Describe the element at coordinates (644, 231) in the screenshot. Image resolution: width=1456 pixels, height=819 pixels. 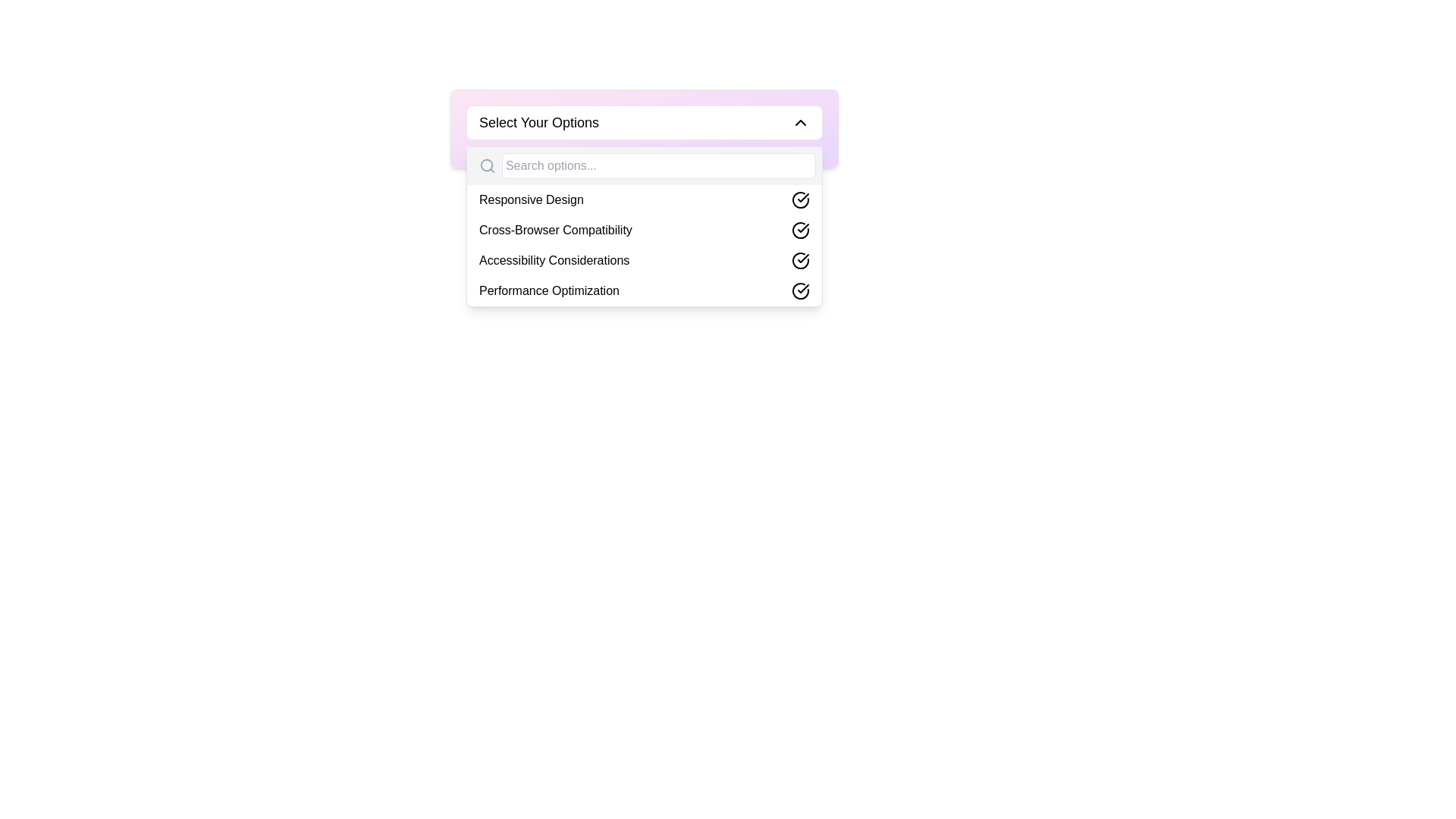
I see `the second option in the dropdown menu, which is located below 'Responsive Design' and above 'Accessibility Considerations'` at that location.